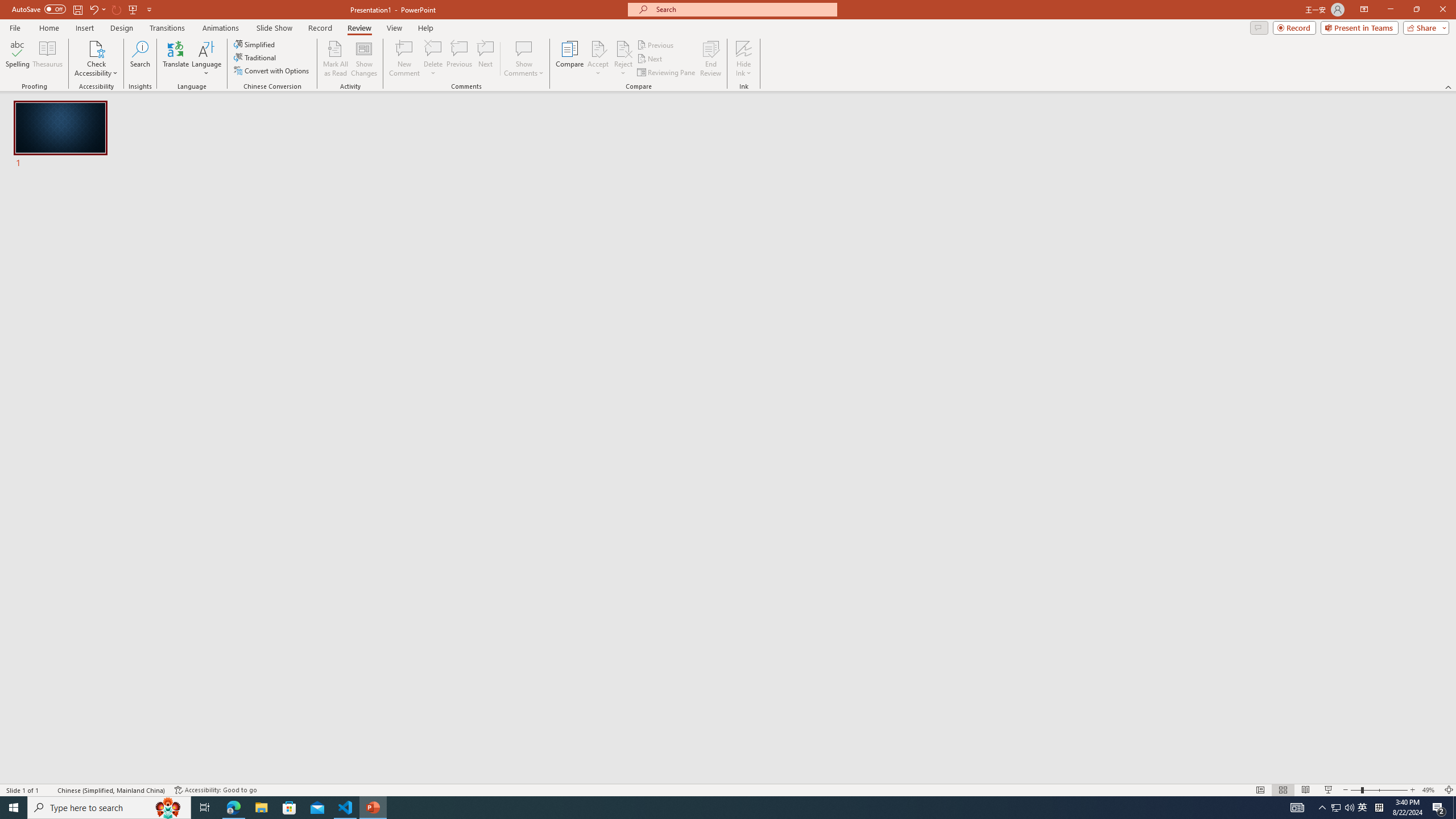 This screenshot has height=819, width=1456. What do you see at coordinates (656, 44) in the screenshot?
I see `'Previous'` at bounding box center [656, 44].